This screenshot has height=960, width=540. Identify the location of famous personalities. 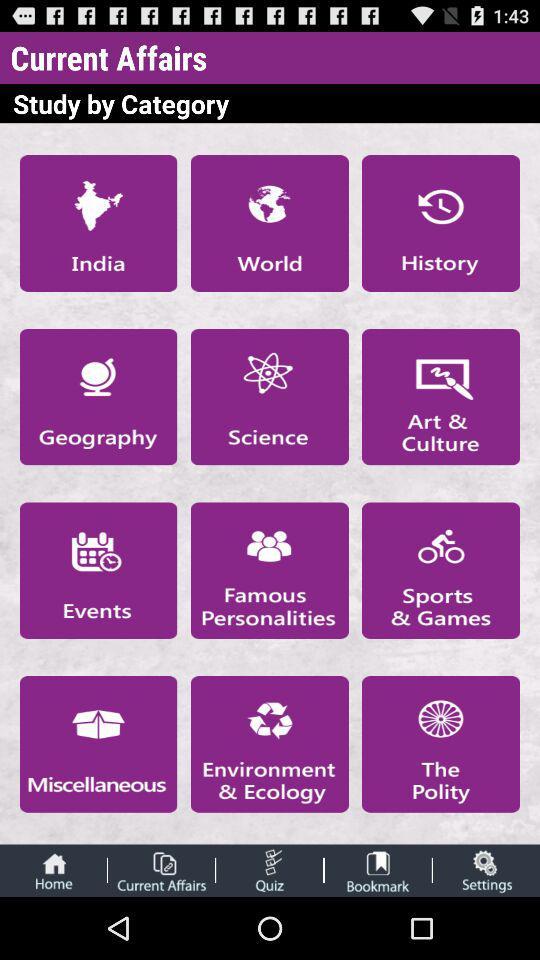
(269, 570).